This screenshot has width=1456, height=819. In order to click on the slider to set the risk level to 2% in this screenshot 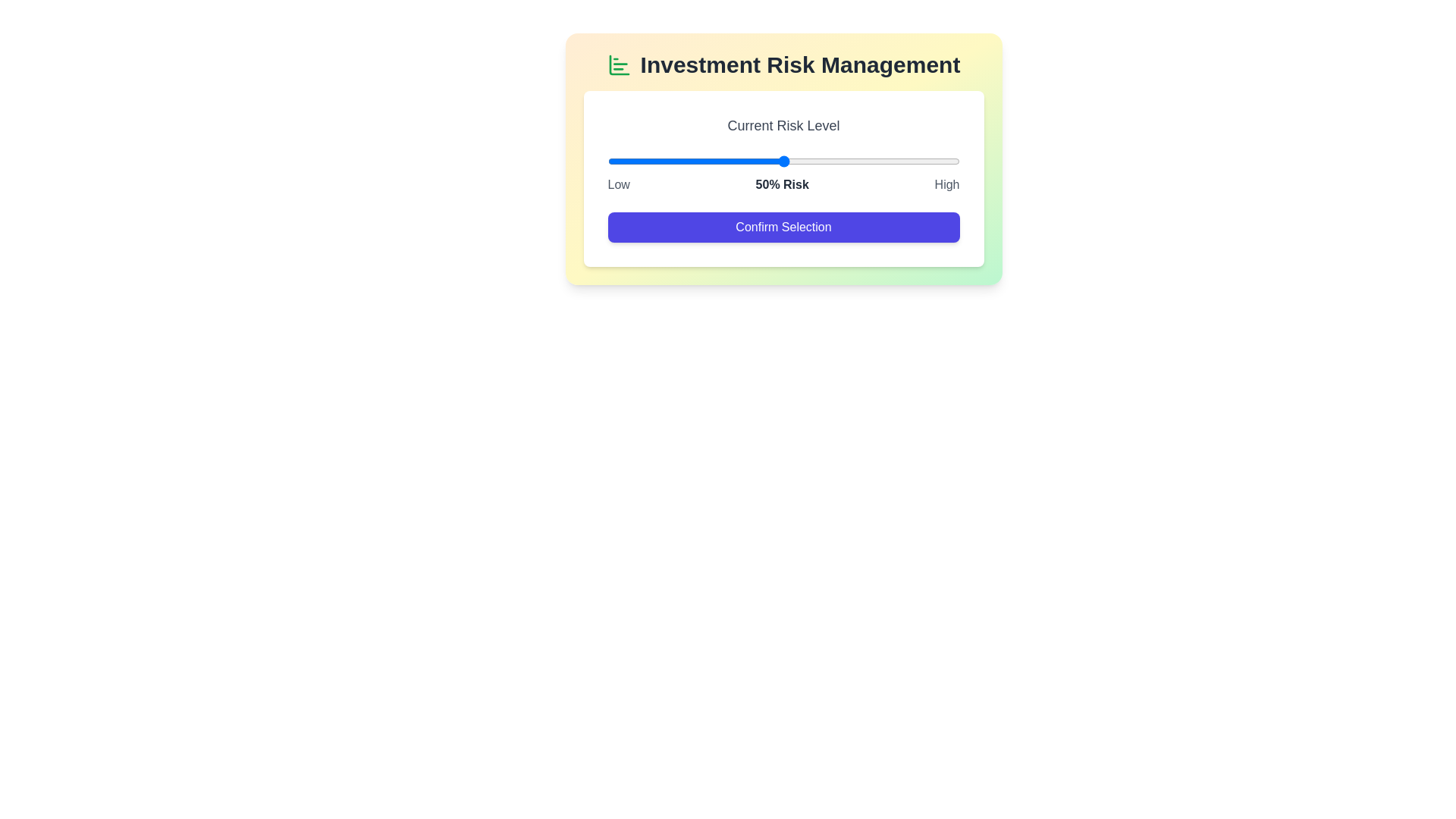, I will do `click(614, 161)`.